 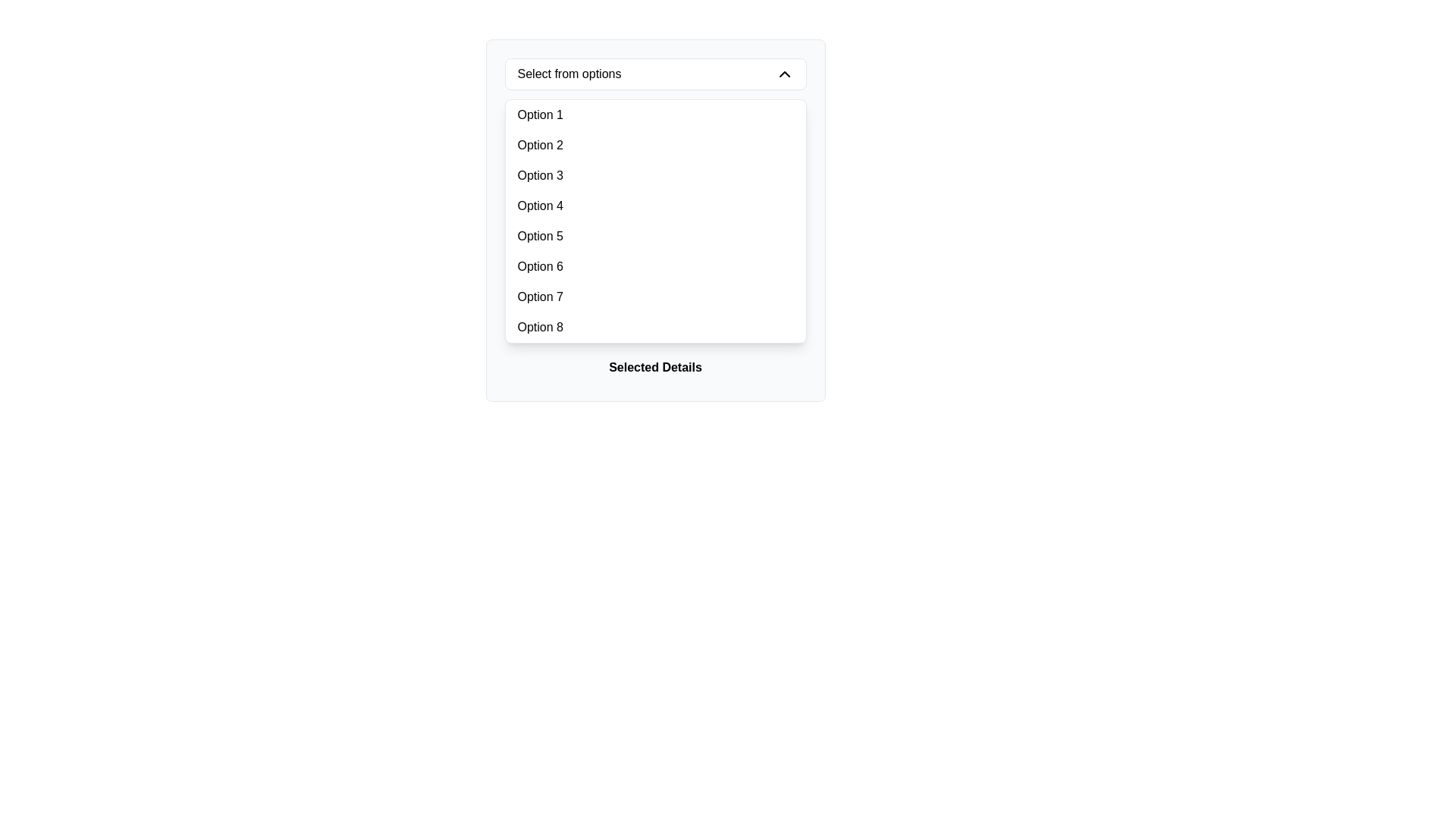 I want to click on the list item displaying 'Option 5', so click(x=655, y=237).